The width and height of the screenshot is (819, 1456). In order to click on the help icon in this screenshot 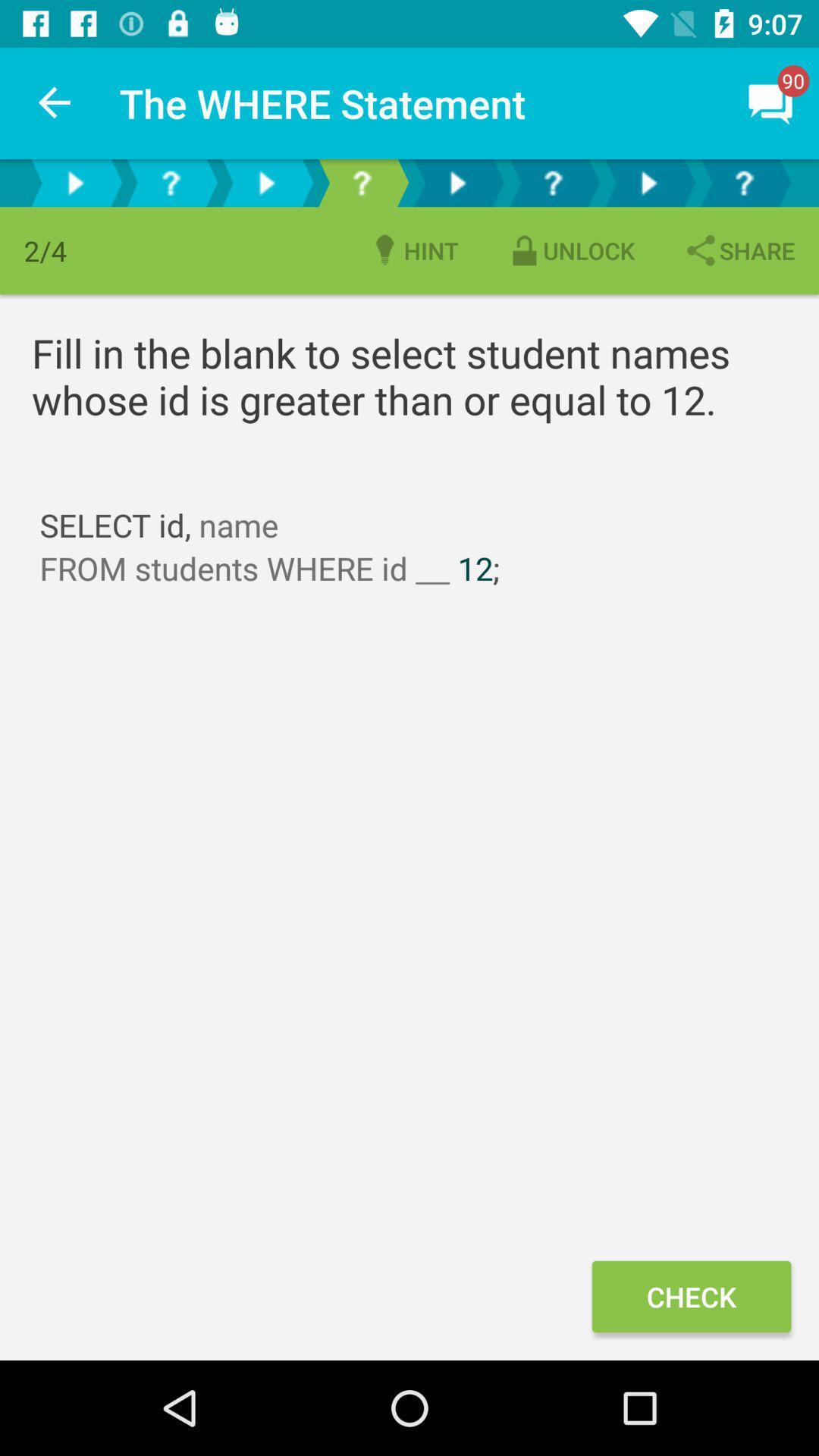, I will do `click(362, 182)`.